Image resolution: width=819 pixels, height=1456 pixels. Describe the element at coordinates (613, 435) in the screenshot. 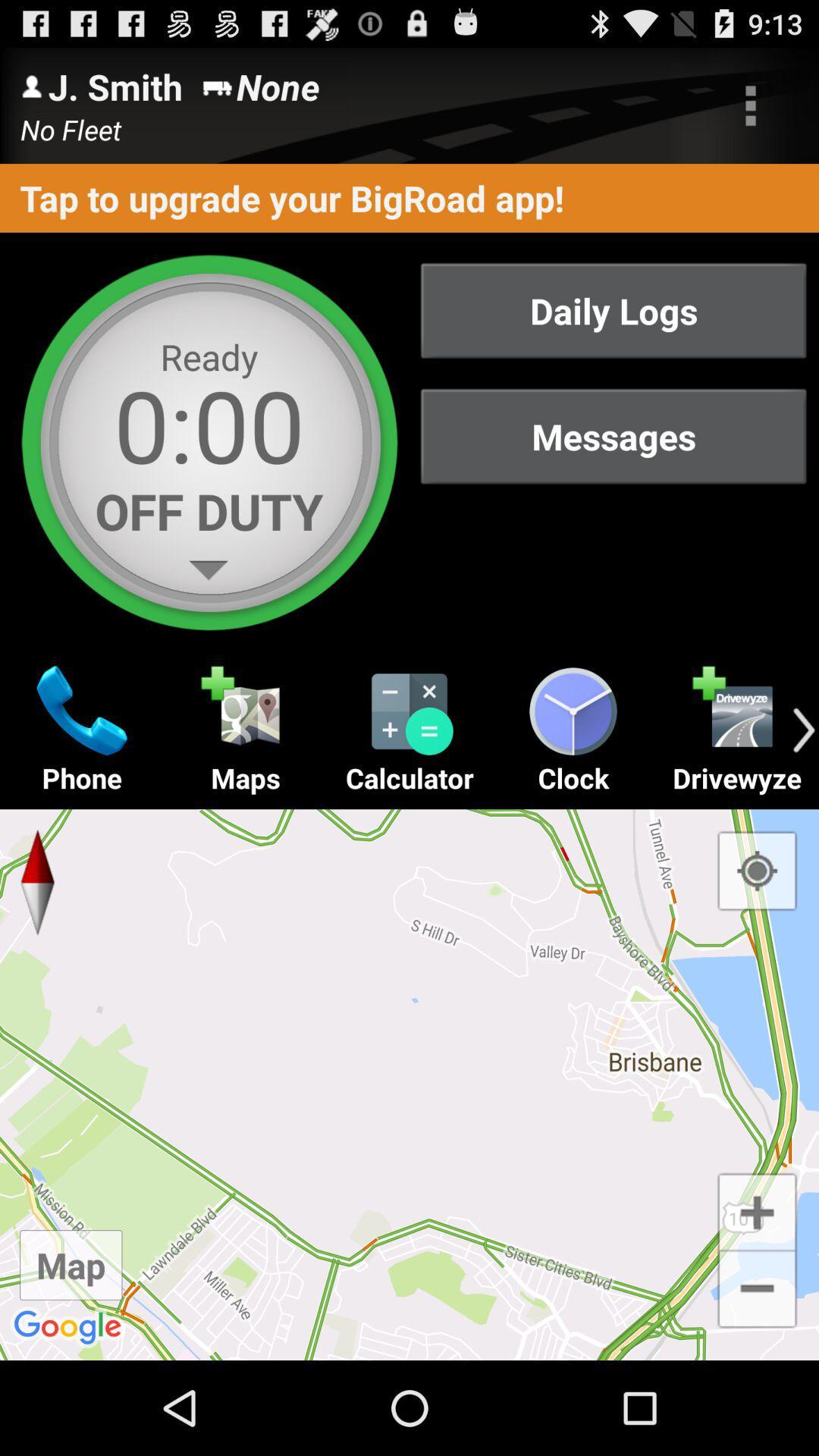

I see `messages item` at that location.